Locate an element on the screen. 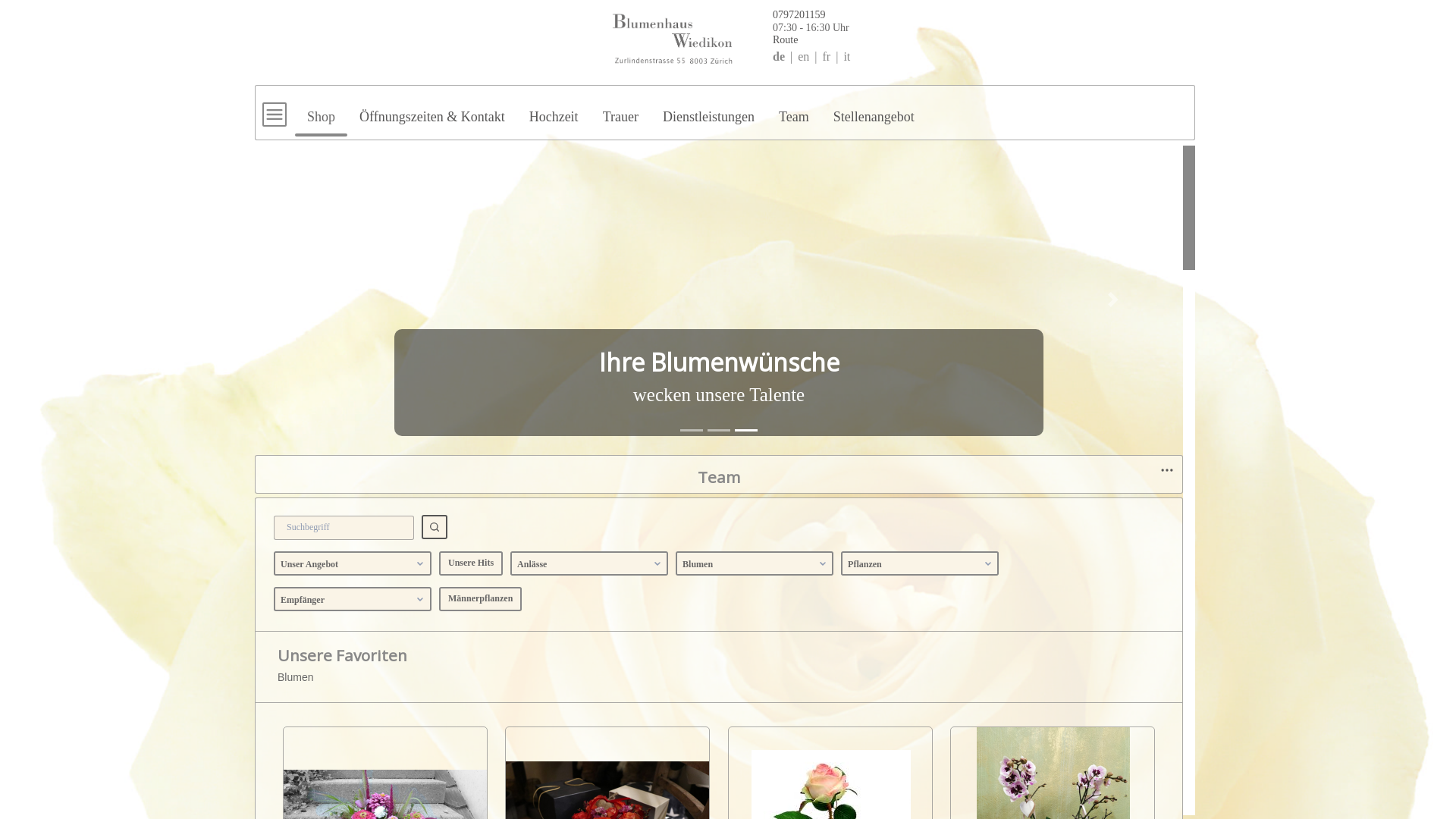 The width and height of the screenshot is (1456, 819). 'Team' is located at coordinates (792, 109).